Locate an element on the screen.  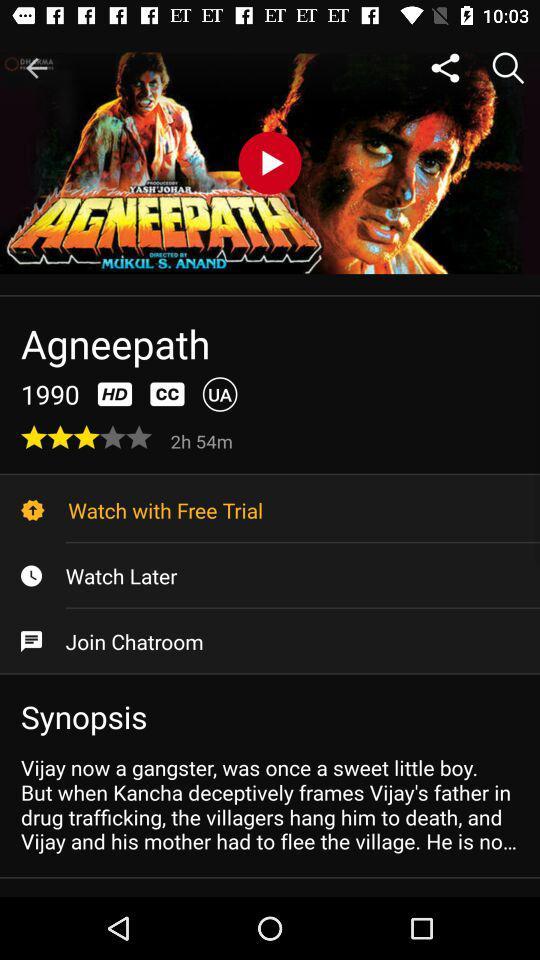
the watch with free is located at coordinates (270, 509).